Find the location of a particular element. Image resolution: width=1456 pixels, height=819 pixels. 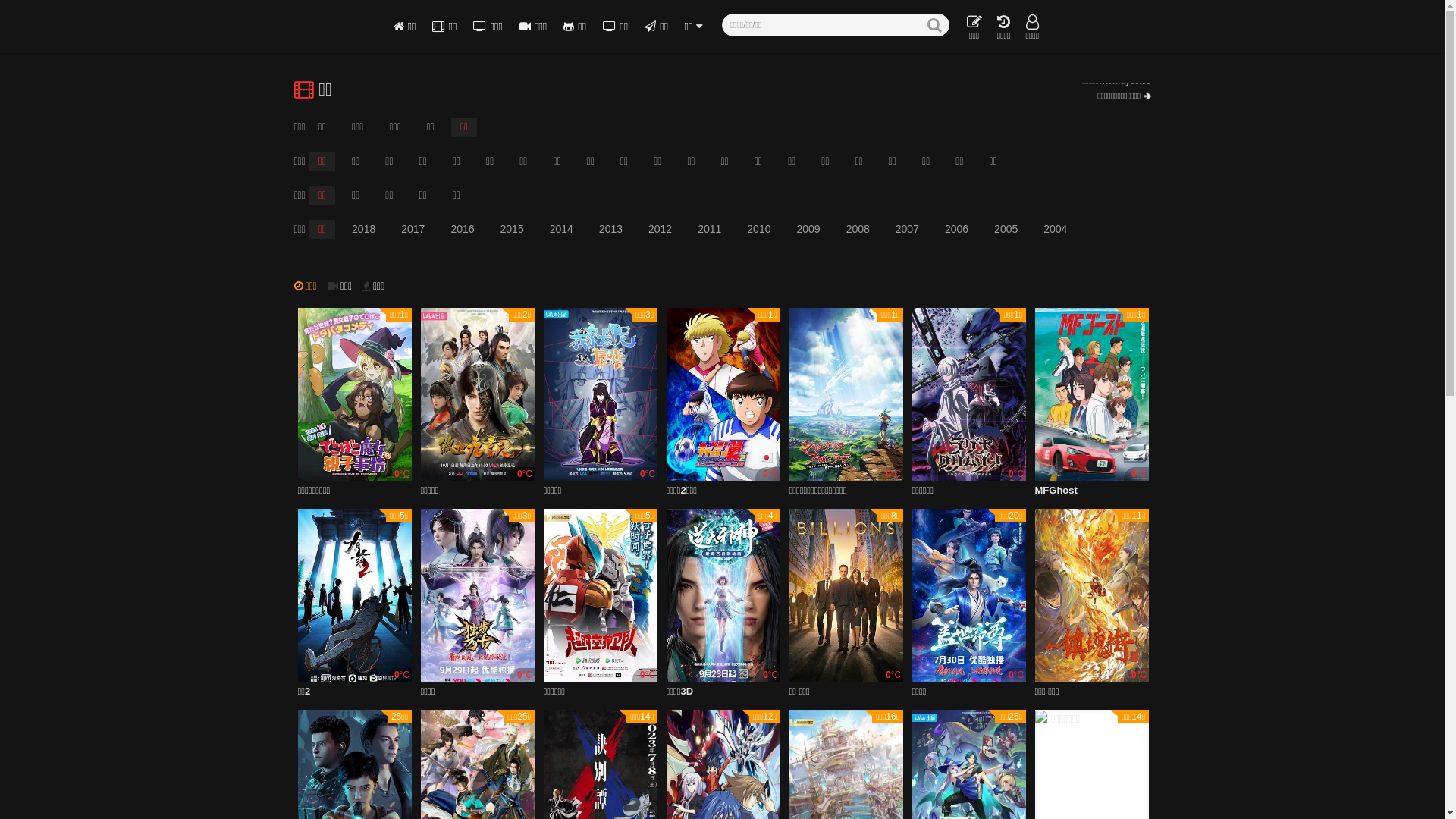

'2013' is located at coordinates (610, 229).